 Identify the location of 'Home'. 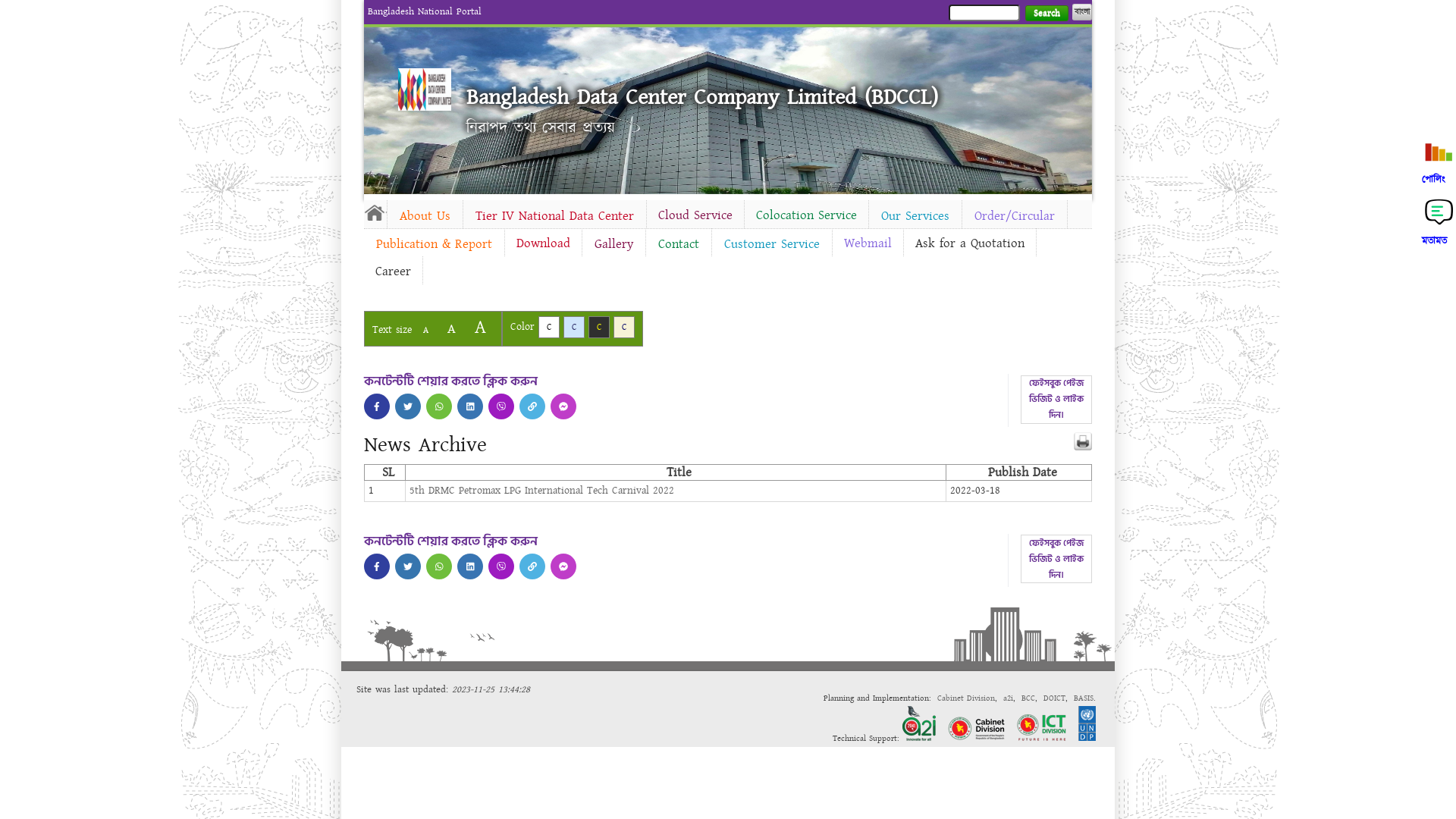
(375, 212).